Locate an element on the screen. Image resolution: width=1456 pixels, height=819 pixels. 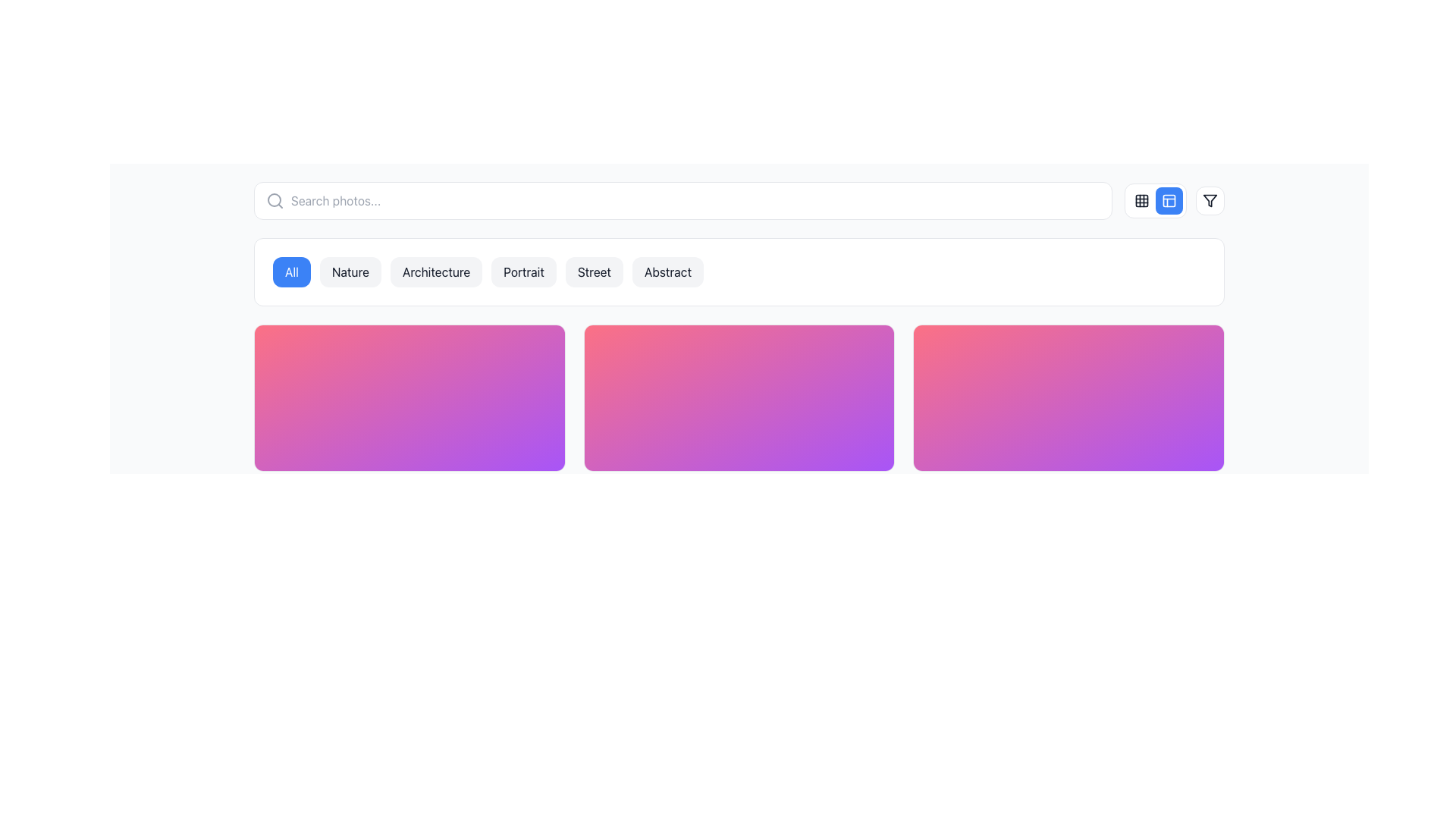
the informational display bar that provides pertinent information related to the associated purple panel, located near the bottom edge of the third rectangular item from the left is located at coordinates (739, 446).